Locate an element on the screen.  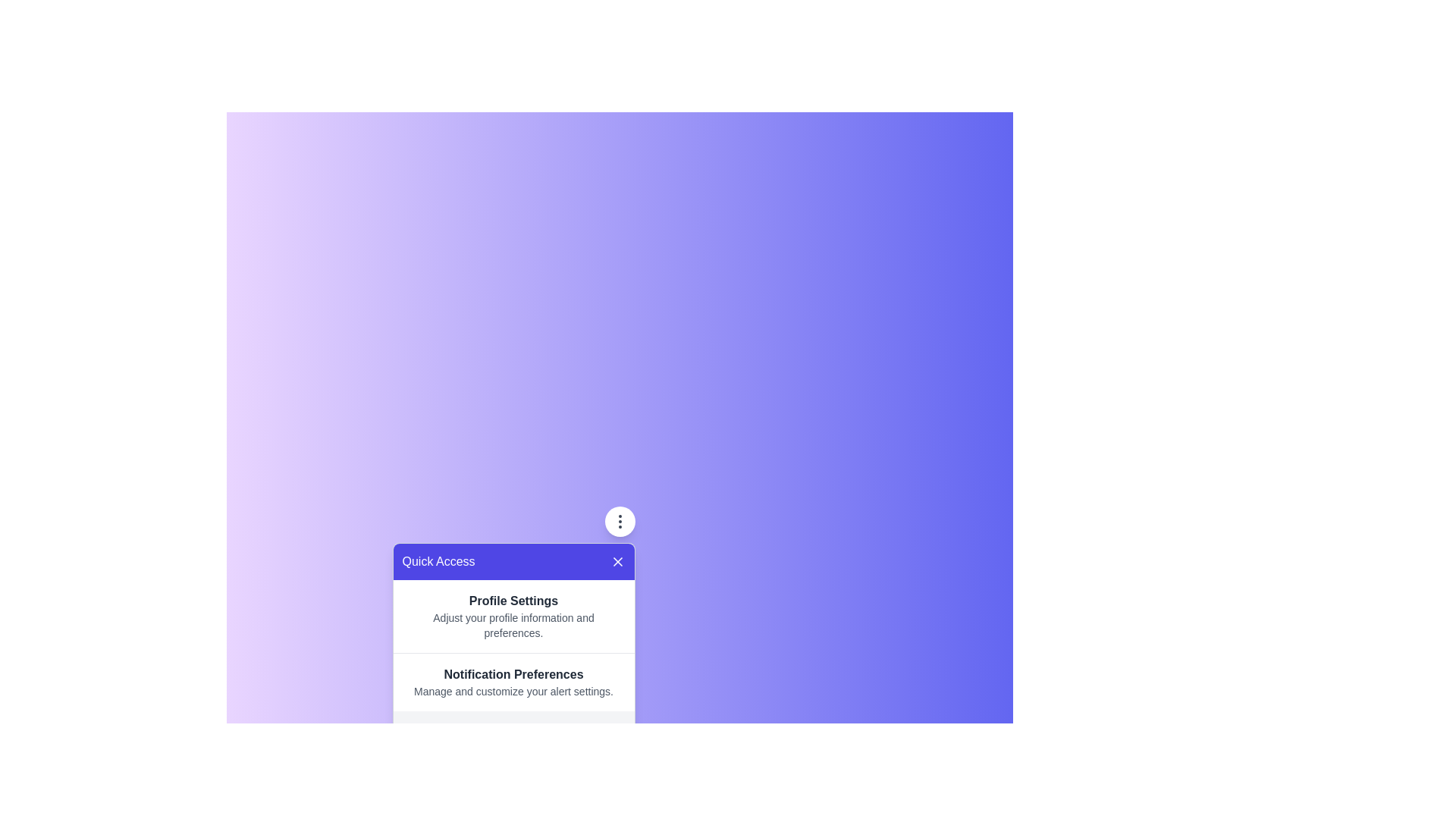
the text label that serves as a header for notification and alert customization, located in the lower section of the 'Quick Access' modal beneath 'Profile Settings.' is located at coordinates (513, 674).